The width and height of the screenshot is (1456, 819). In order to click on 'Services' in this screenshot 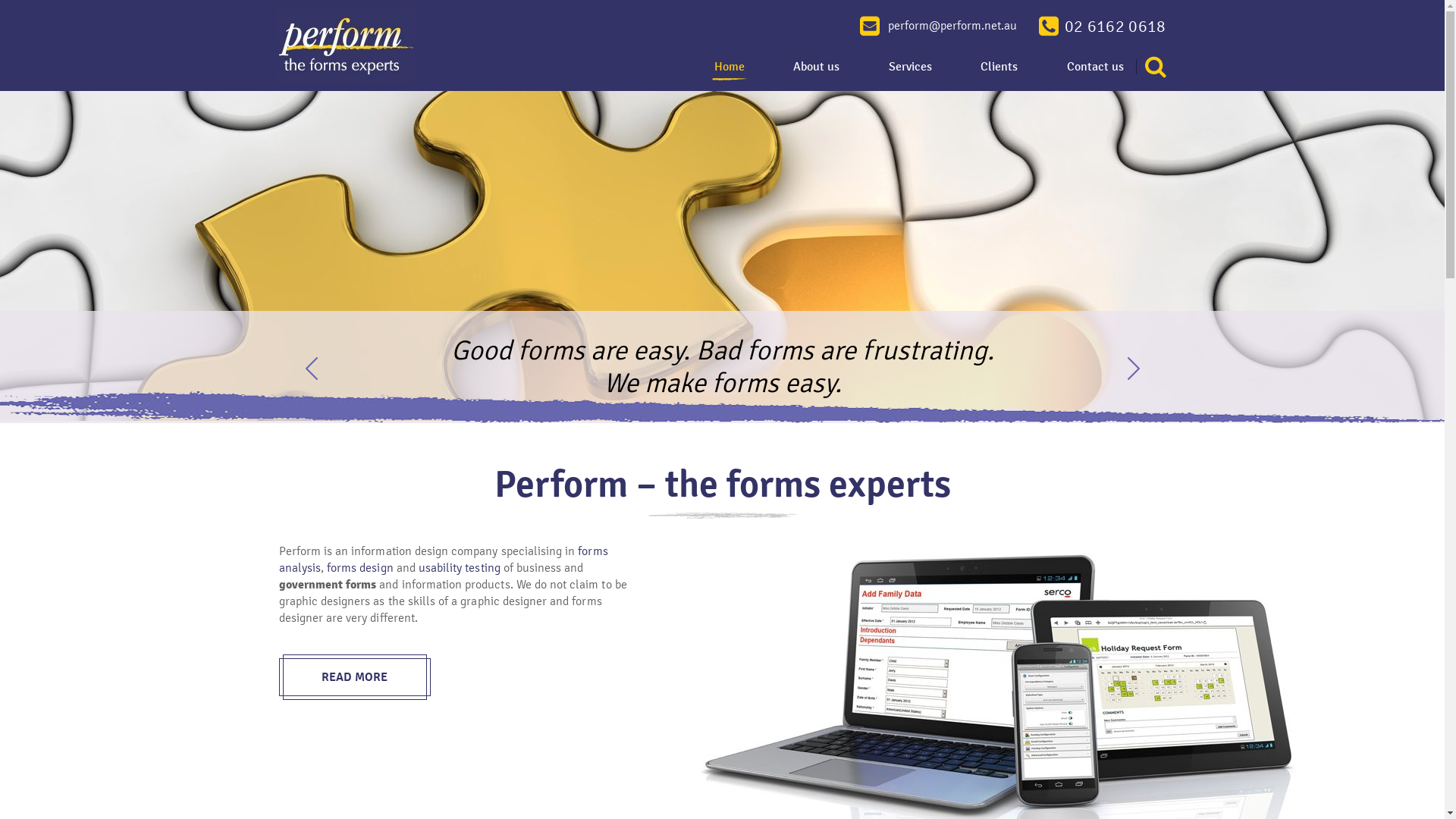, I will do `click(909, 72)`.